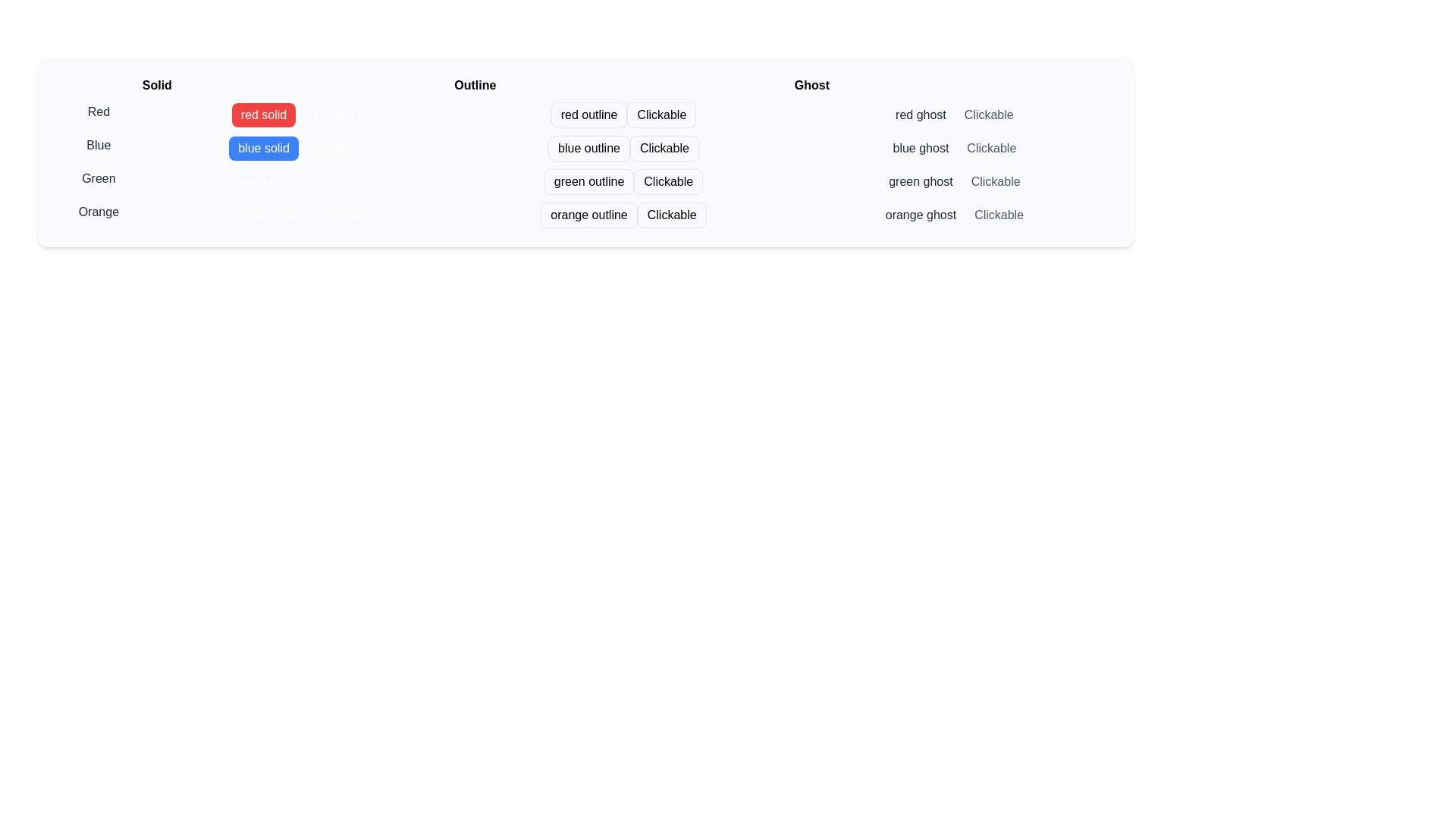 The width and height of the screenshot is (1456, 819). What do you see at coordinates (297, 111) in the screenshot?
I see `the 'red solid' button located` at bounding box center [297, 111].